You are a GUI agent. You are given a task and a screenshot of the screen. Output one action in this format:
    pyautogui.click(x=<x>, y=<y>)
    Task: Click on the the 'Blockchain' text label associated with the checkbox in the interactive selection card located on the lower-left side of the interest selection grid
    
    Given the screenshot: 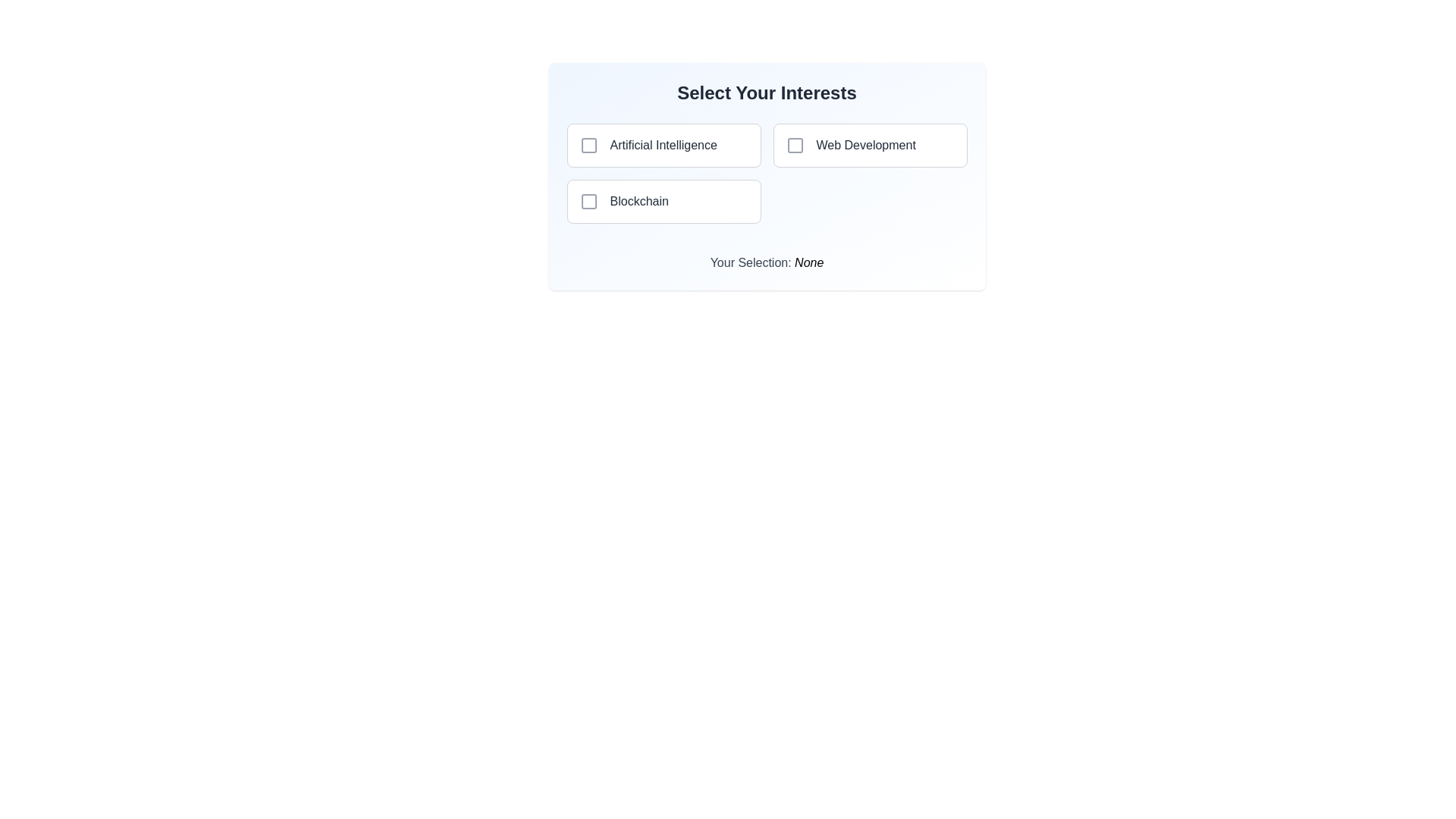 What is the action you would take?
    pyautogui.click(x=639, y=201)
    